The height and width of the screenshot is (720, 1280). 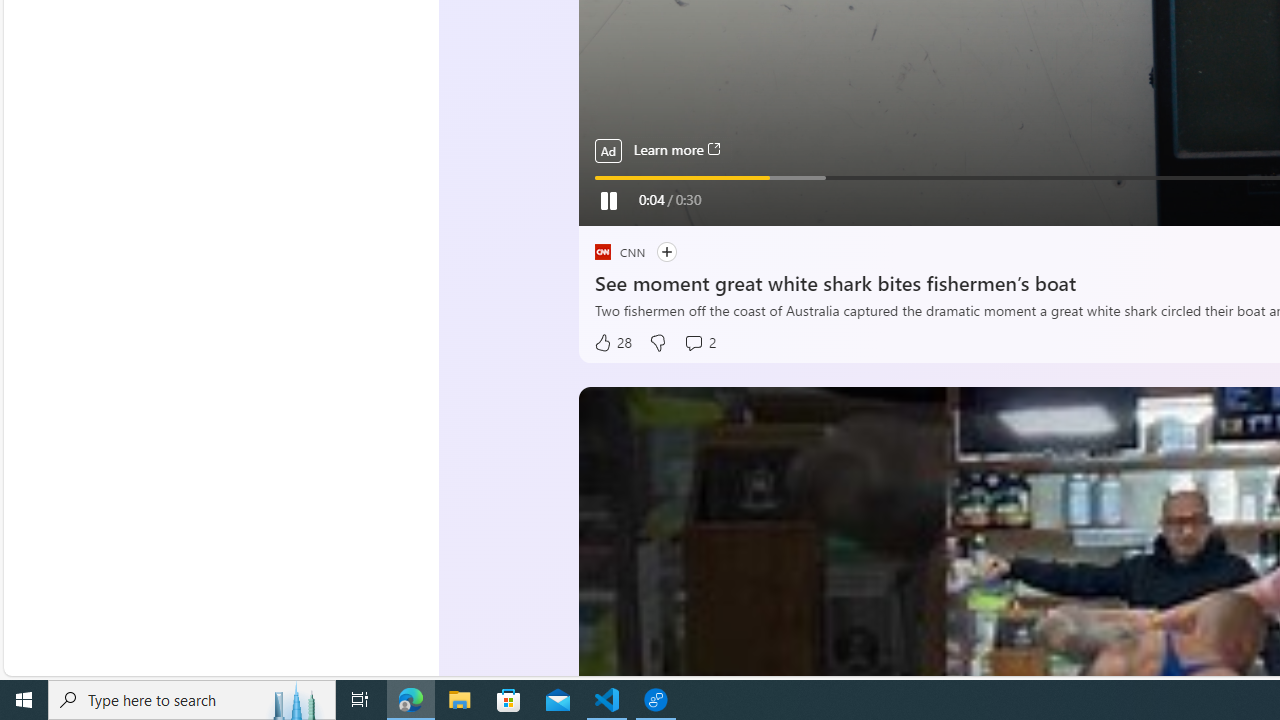 I want to click on 'Pause', so click(x=606, y=200).